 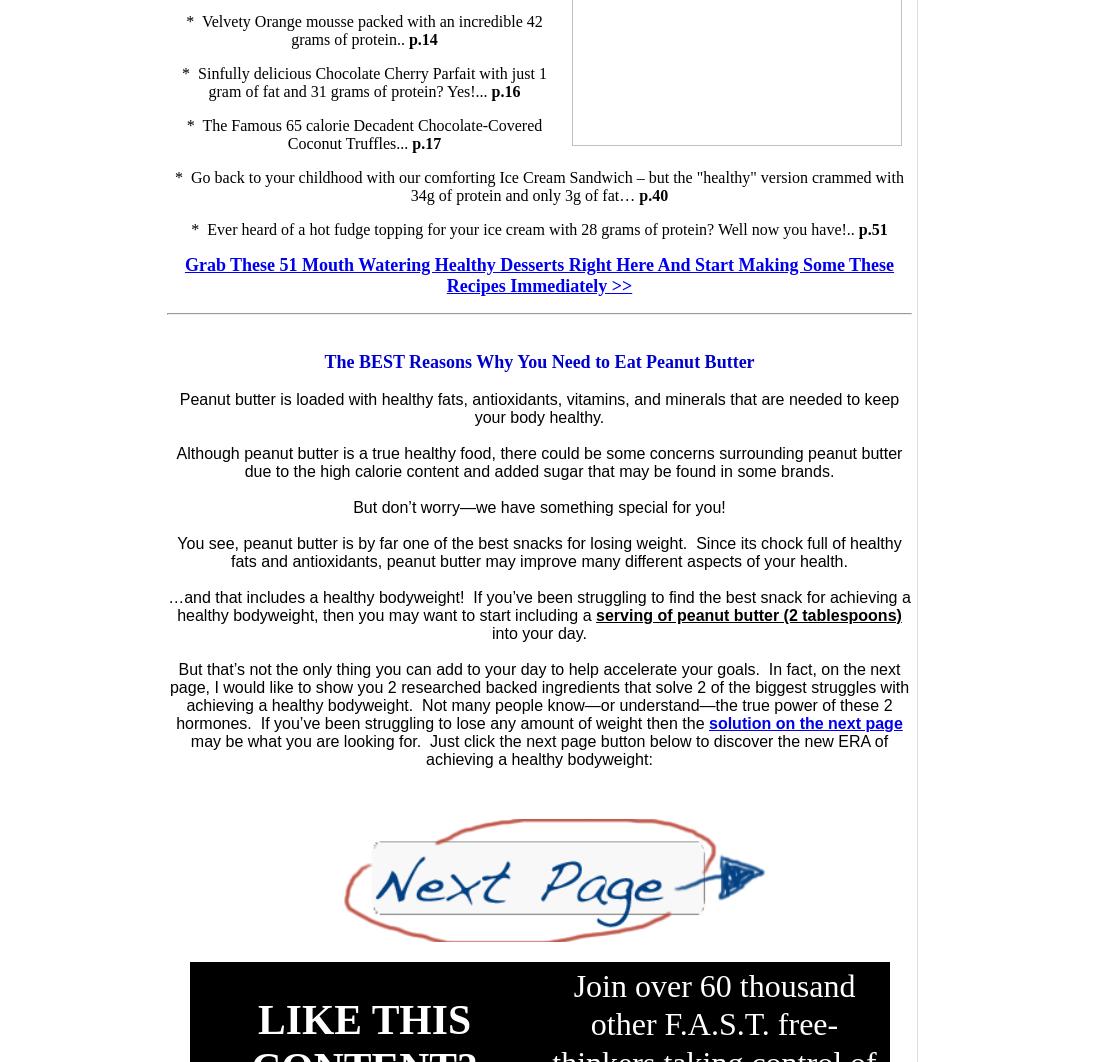 What do you see at coordinates (539, 633) in the screenshot?
I see `'into your day.'` at bounding box center [539, 633].